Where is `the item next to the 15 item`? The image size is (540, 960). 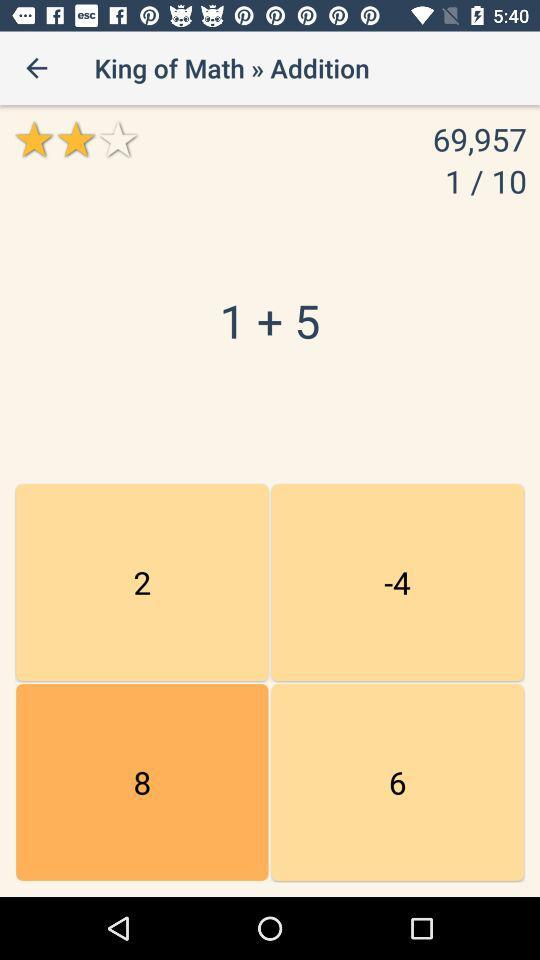 the item next to the 15 item is located at coordinates (397, 782).